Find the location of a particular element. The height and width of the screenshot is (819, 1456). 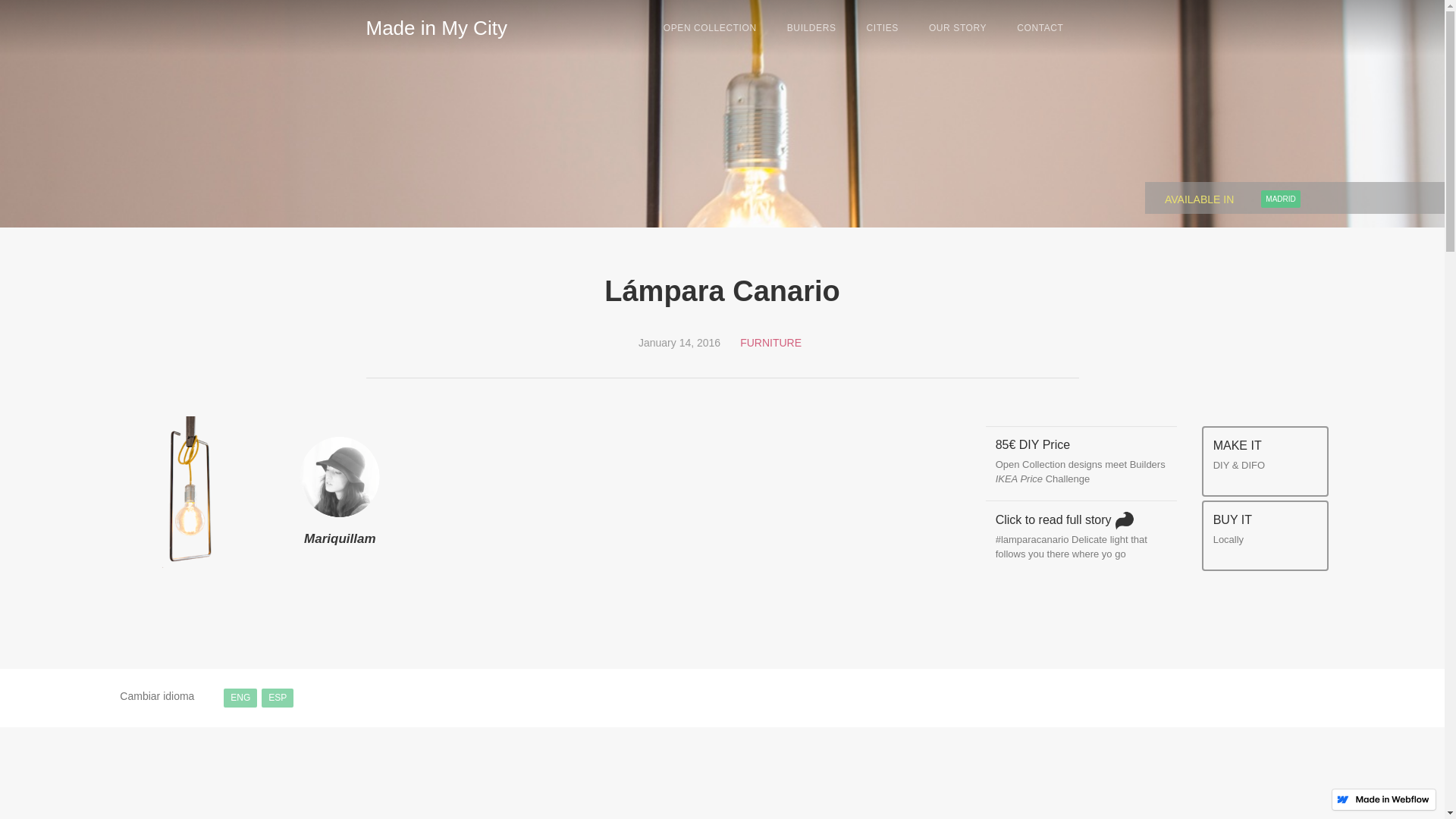

'BUILDERS' is located at coordinates (811, 28).